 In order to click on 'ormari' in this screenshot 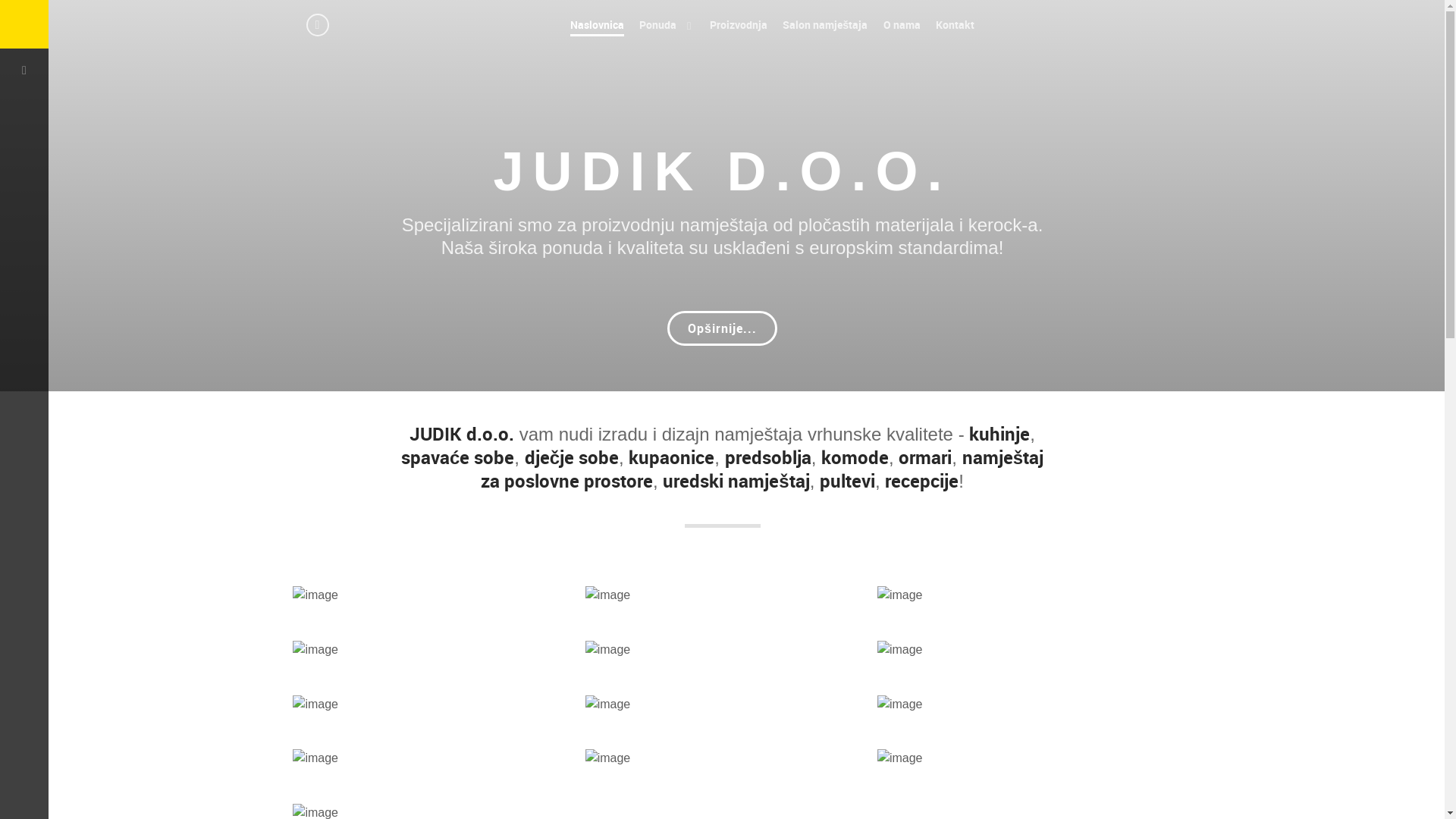, I will do `click(924, 456)`.